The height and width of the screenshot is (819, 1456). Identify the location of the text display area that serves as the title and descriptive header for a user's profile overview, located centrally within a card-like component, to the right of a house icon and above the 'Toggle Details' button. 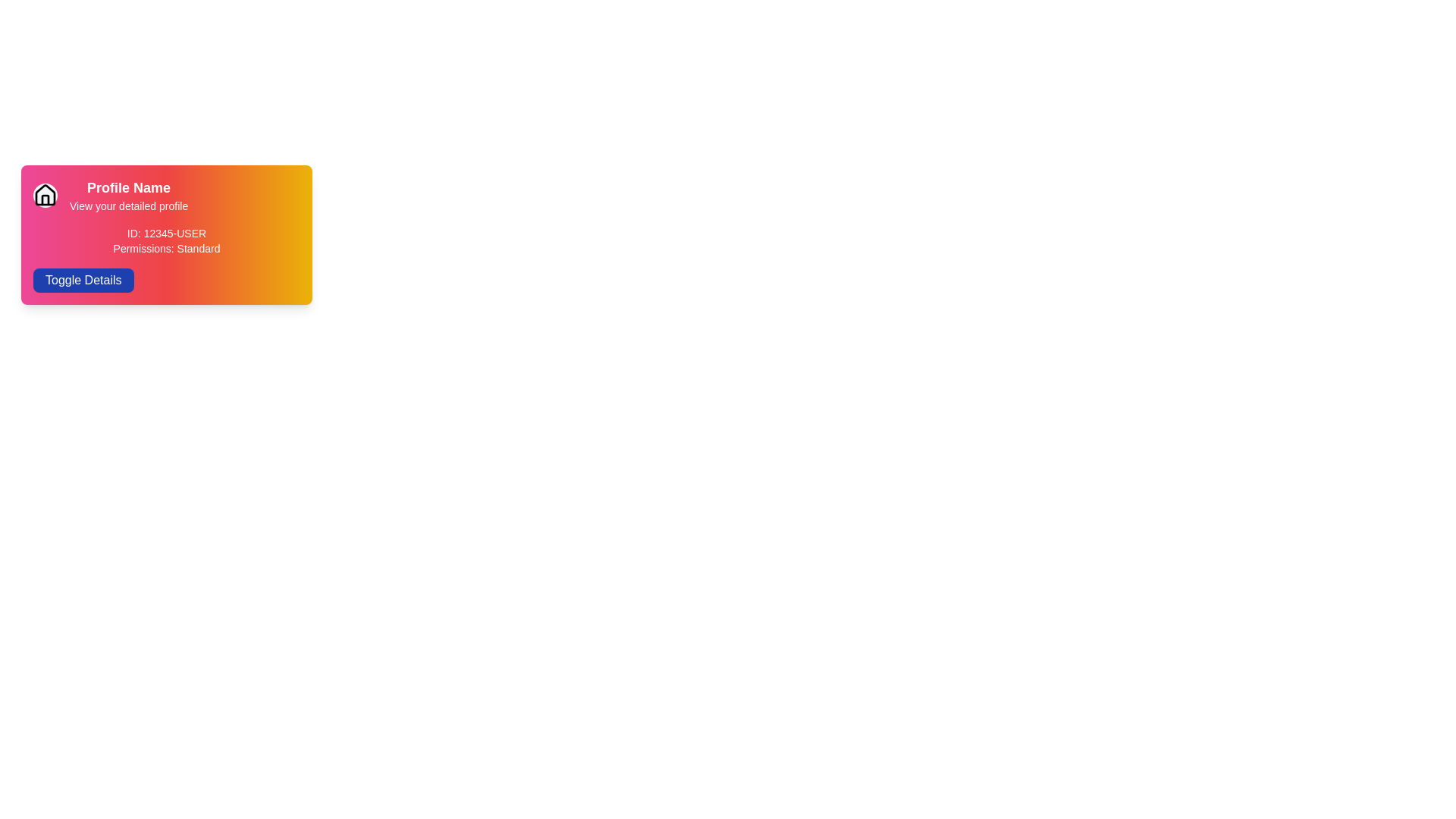
(129, 195).